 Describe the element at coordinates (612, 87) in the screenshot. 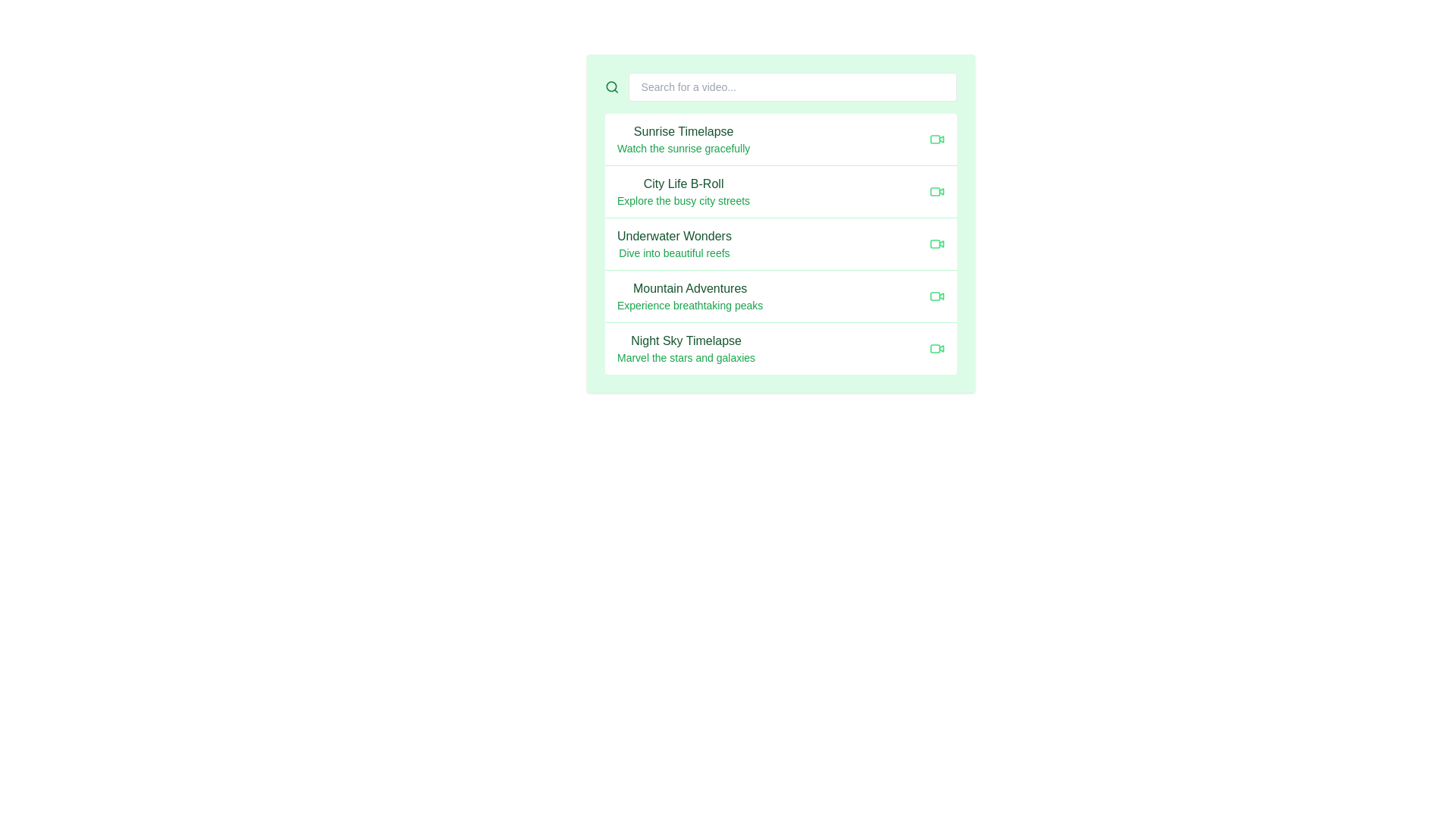

I see `the search icon located to the far left of the search input field, which visually indicates the purpose of the search functionality` at that location.